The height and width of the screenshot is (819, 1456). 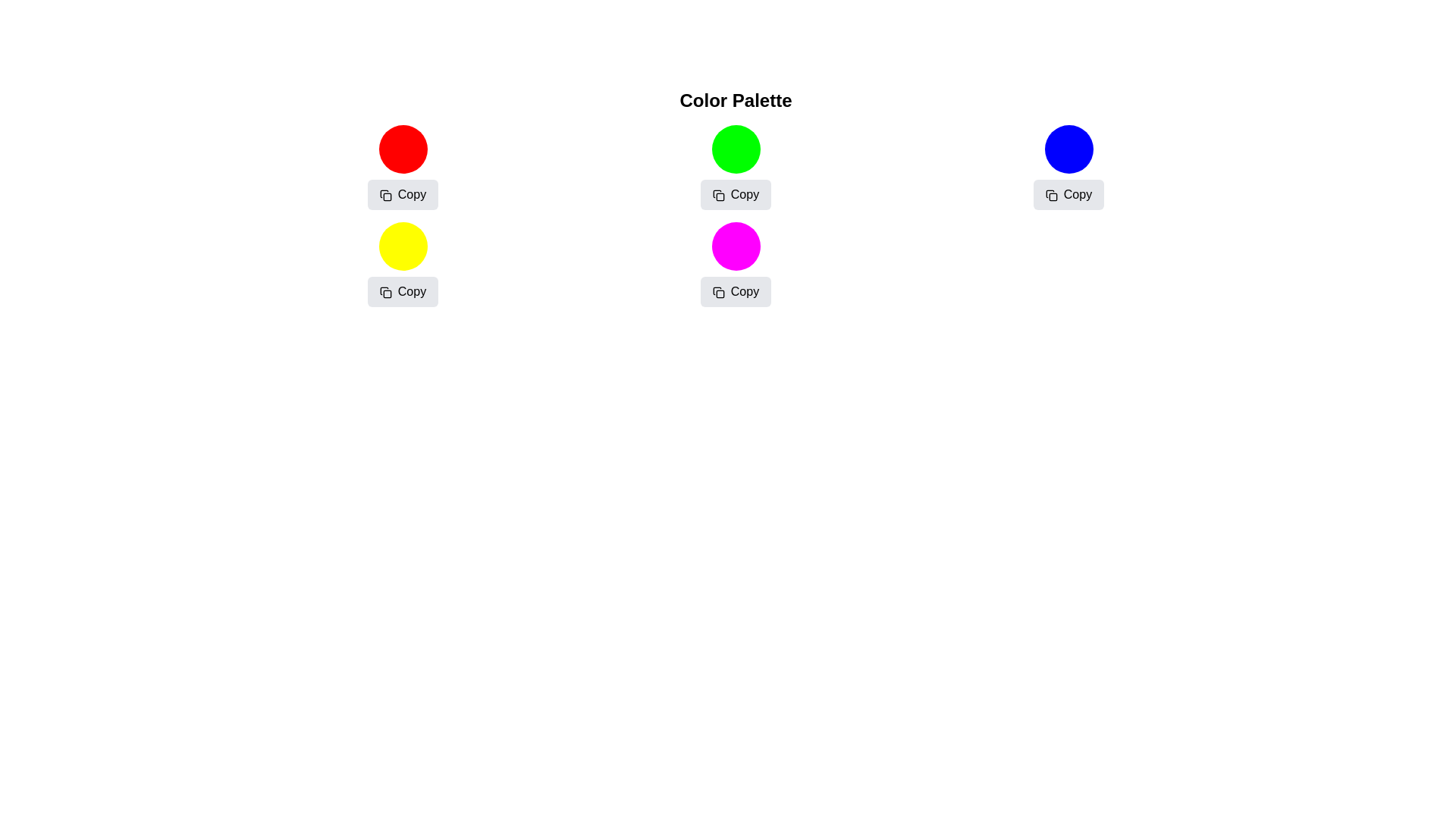 What do you see at coordinates (403, 292) in the screenshot?
I see `the 'Copy' button, which is a rounded rectangular button with a light gray background and a black icon of overlapping squares, located near the center-left area of the interface` at bounding box center [403, 292].